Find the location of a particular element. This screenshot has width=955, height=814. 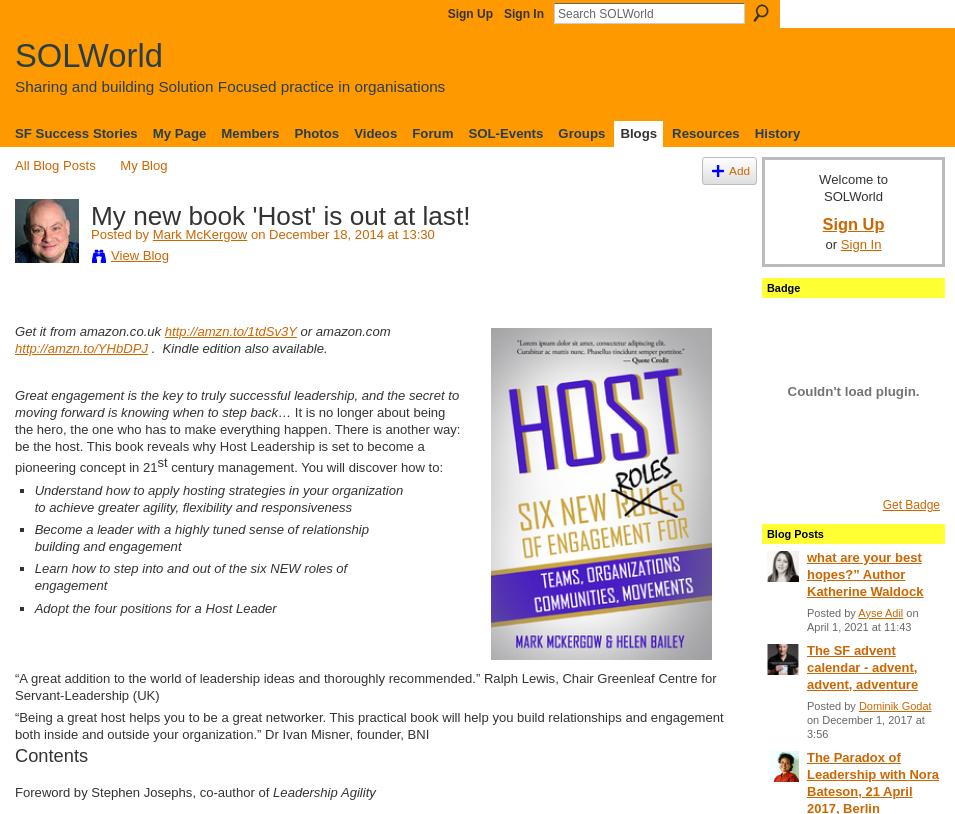

'Badge' is located at coordinates (765, 287).